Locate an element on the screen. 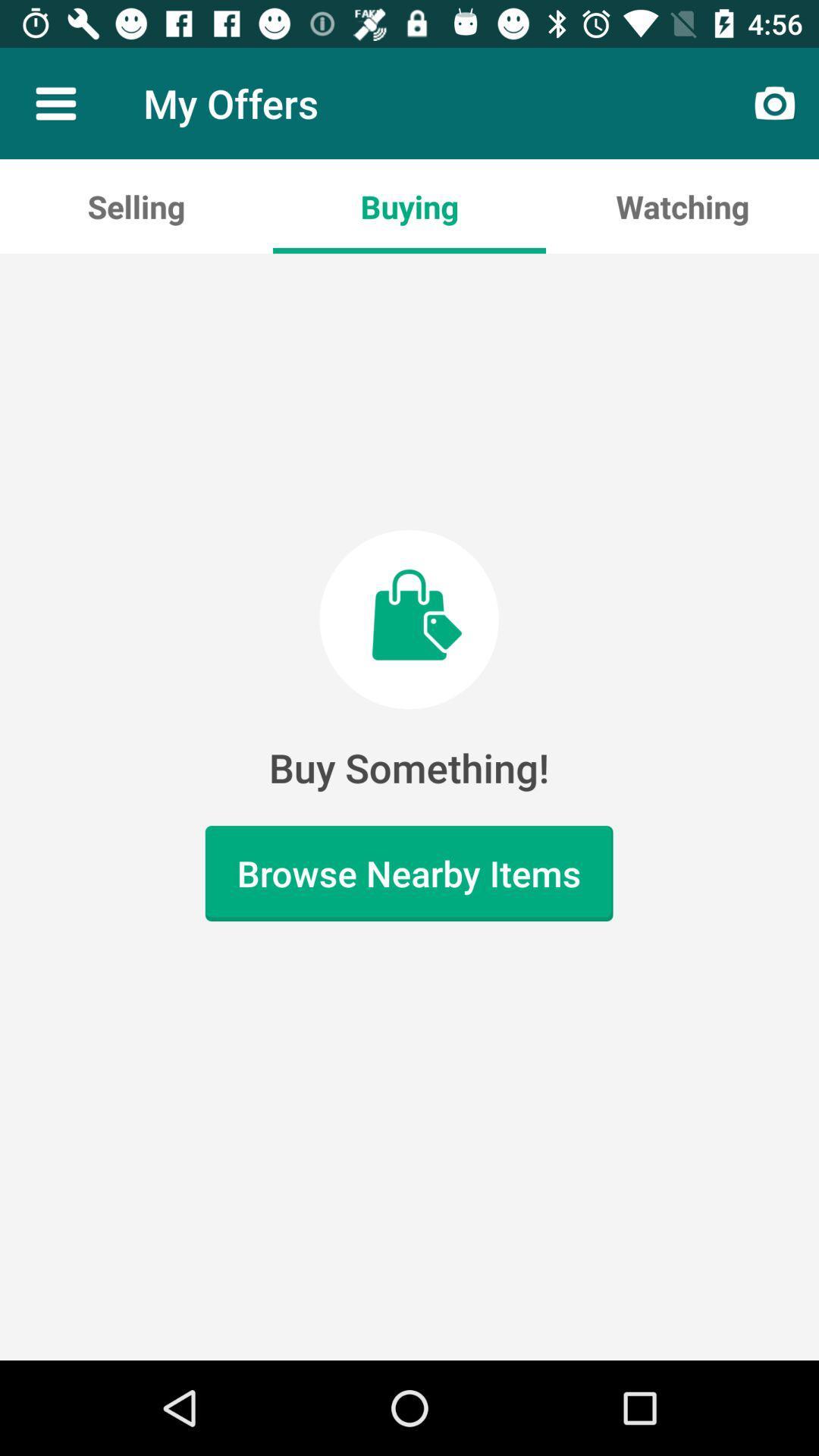 The image size is (819, 1456). the browse nearby items item is located at coordinates (408, 874).